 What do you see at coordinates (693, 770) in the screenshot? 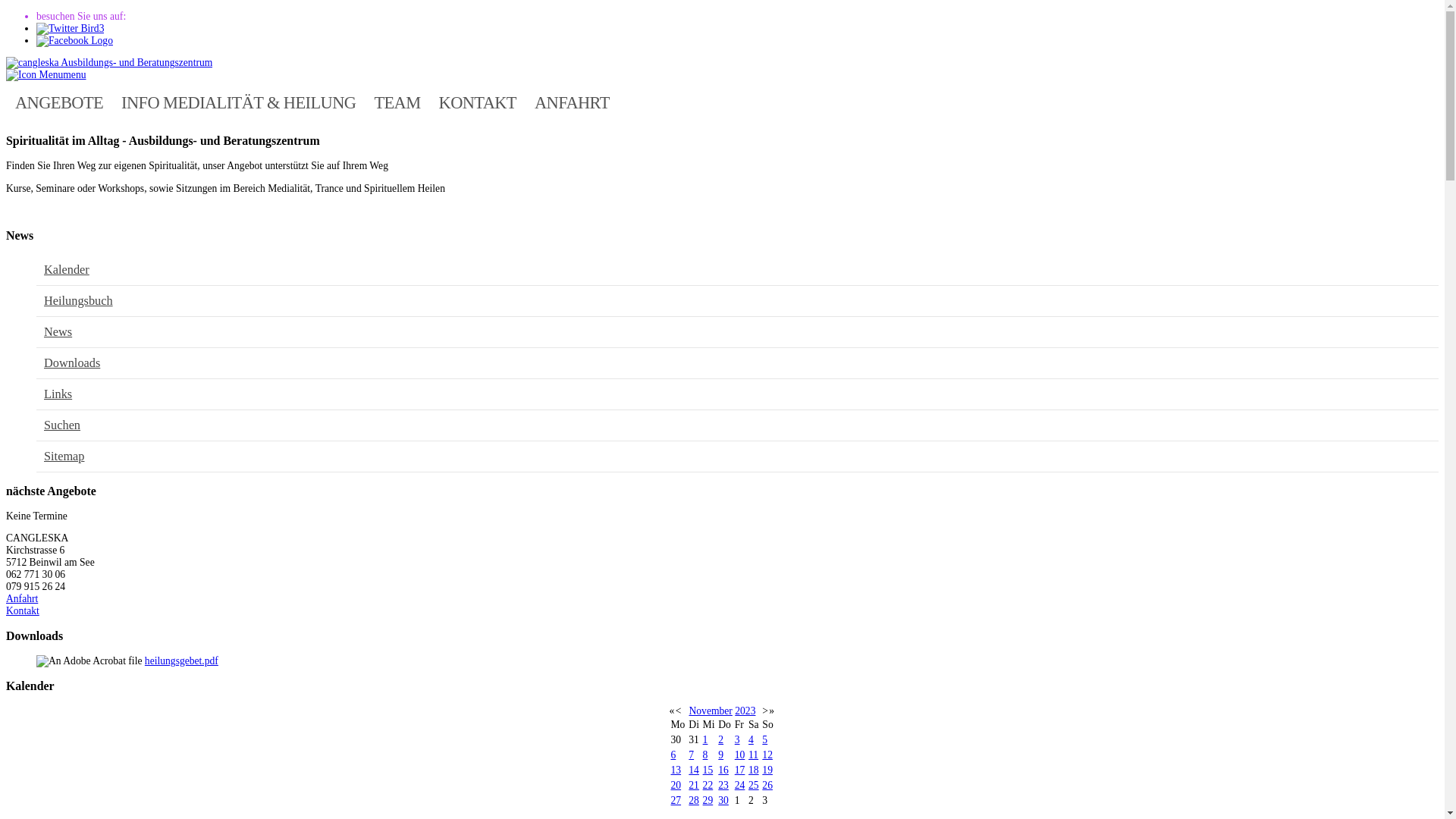
I see `'14'` at bounding box center [693, 770].